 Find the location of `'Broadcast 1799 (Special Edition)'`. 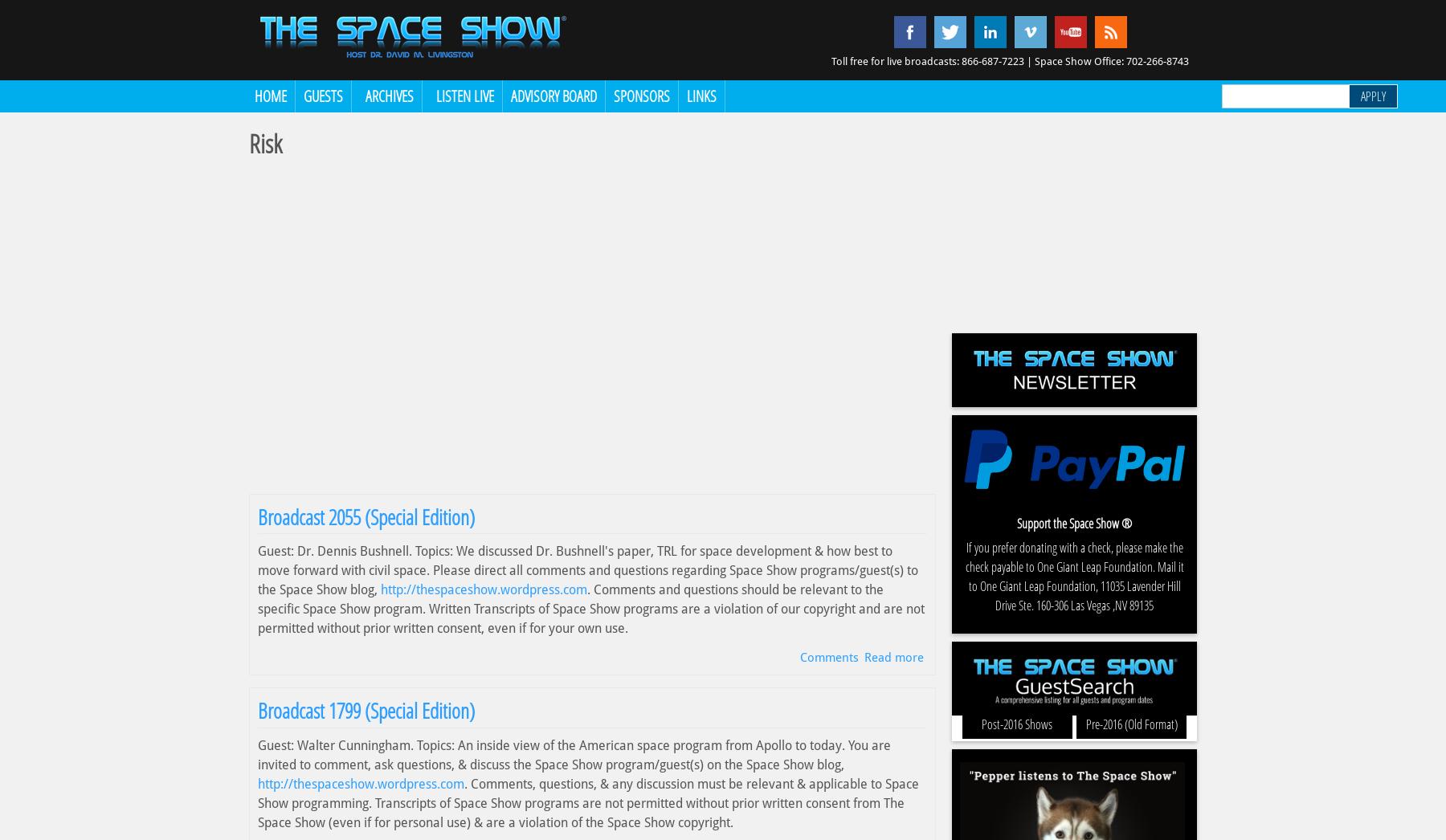

'Broadcast 1799 (Special Edition)' is located at coordinates (365, 710).